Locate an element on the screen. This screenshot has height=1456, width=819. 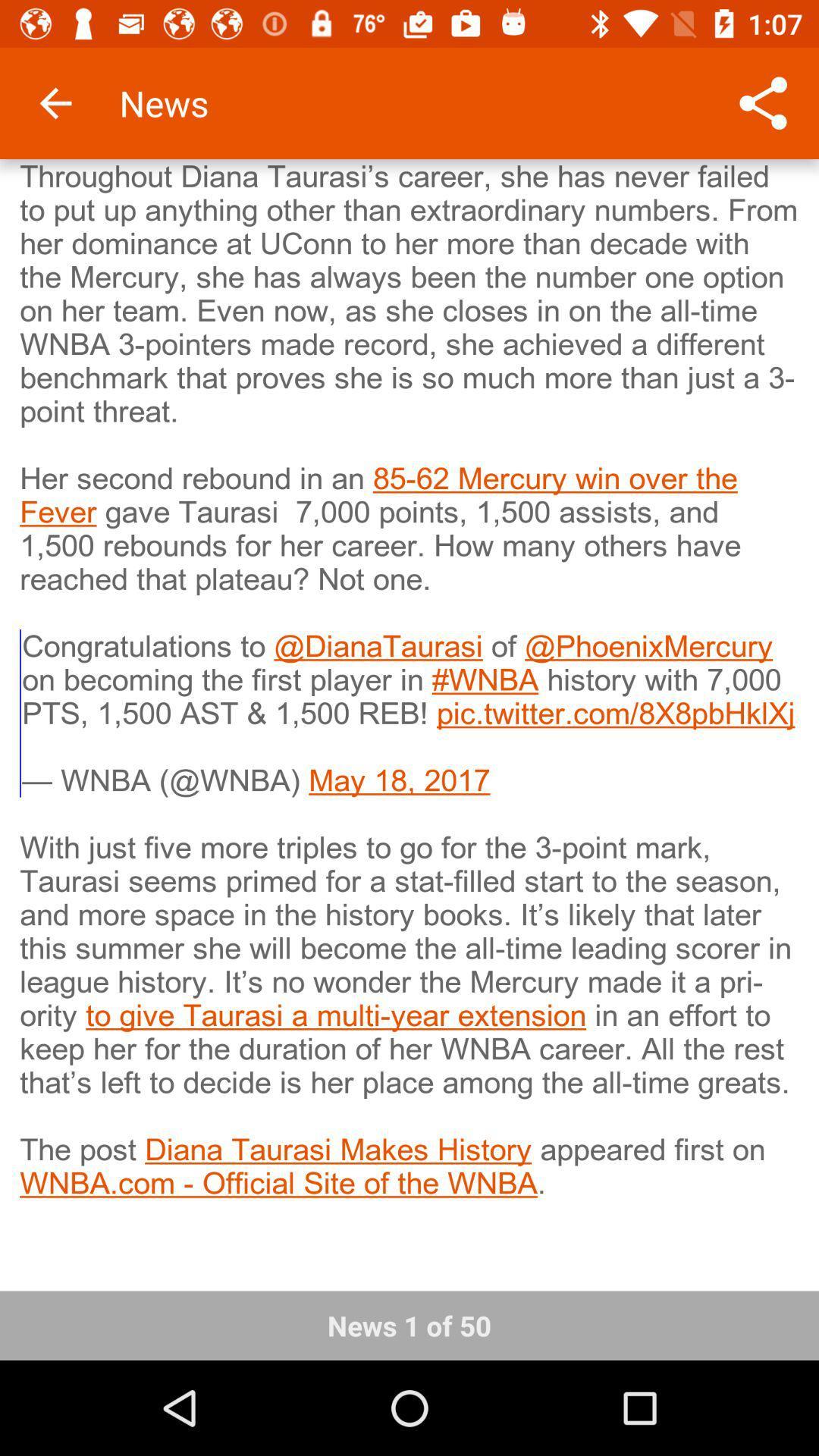
the icon next to the news item is located at coordinates (55, 102).